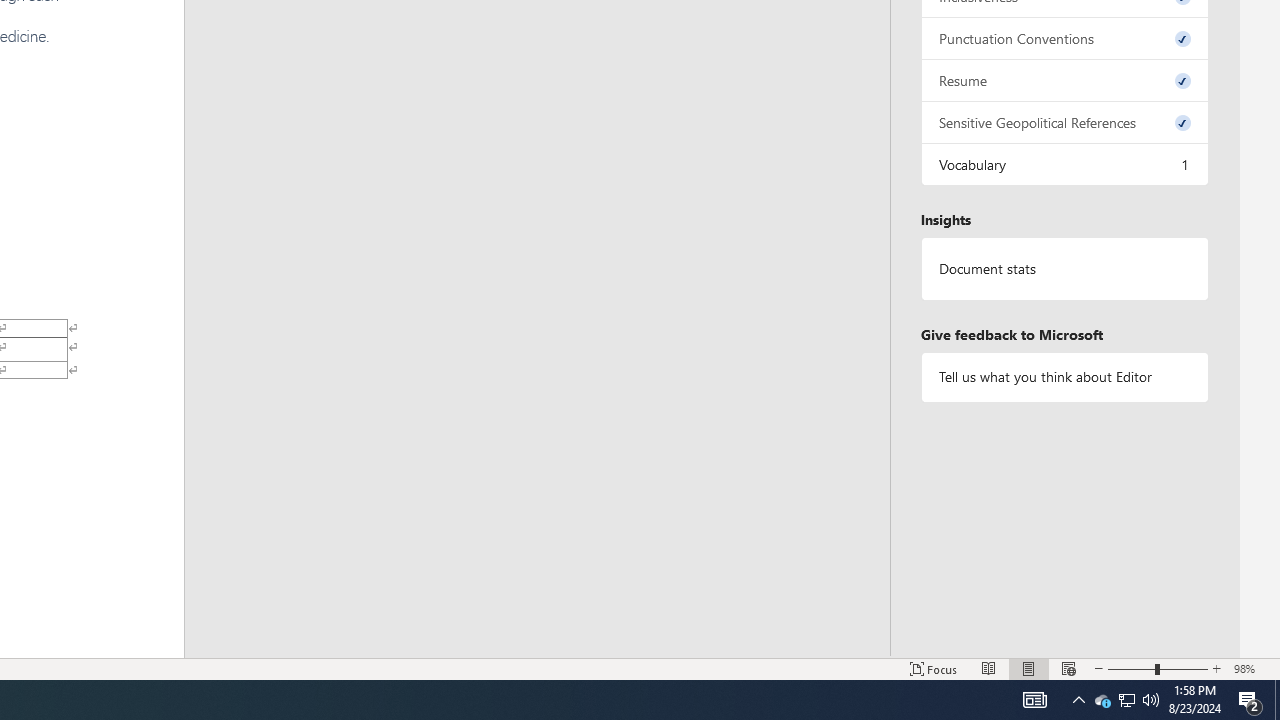  What do you see at coordinates (933, 669) in the screenshot?
I see `'Focus '` at bounding box center [933, 669].